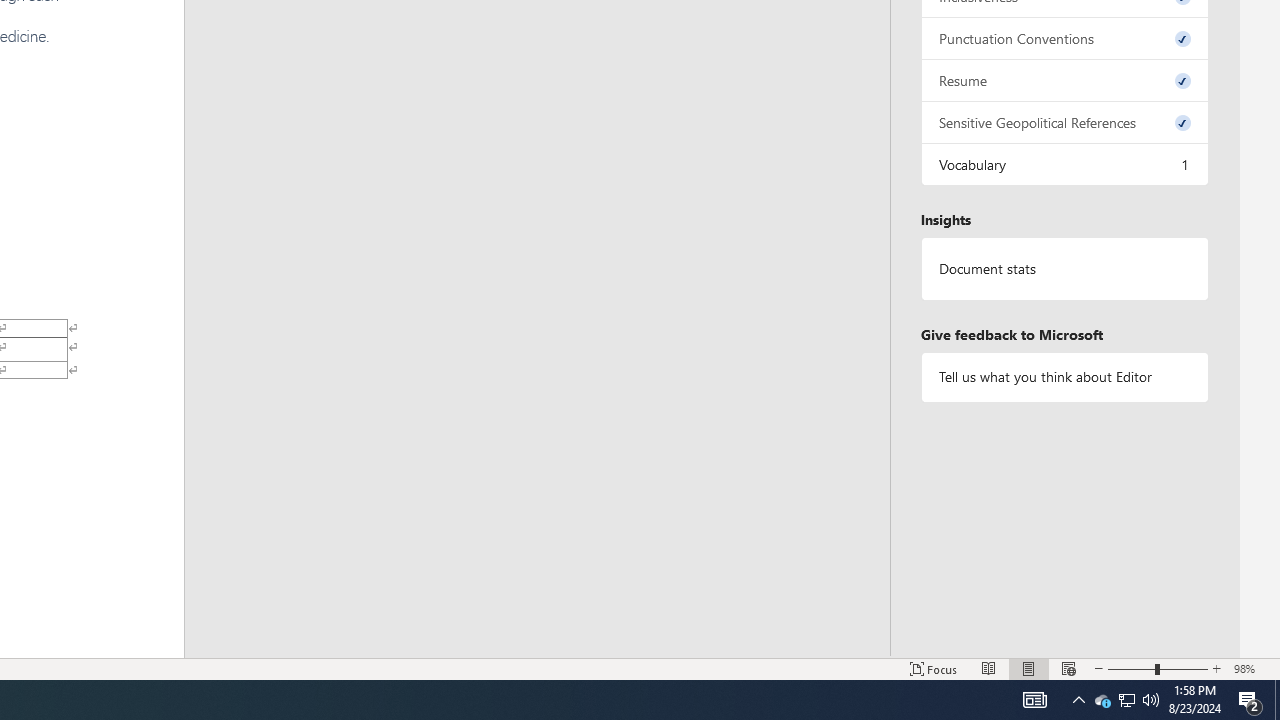  What do you see at coordinates (933, 669) in the screenshot?
I see `'Focus '` at bounding box center [933, 669].